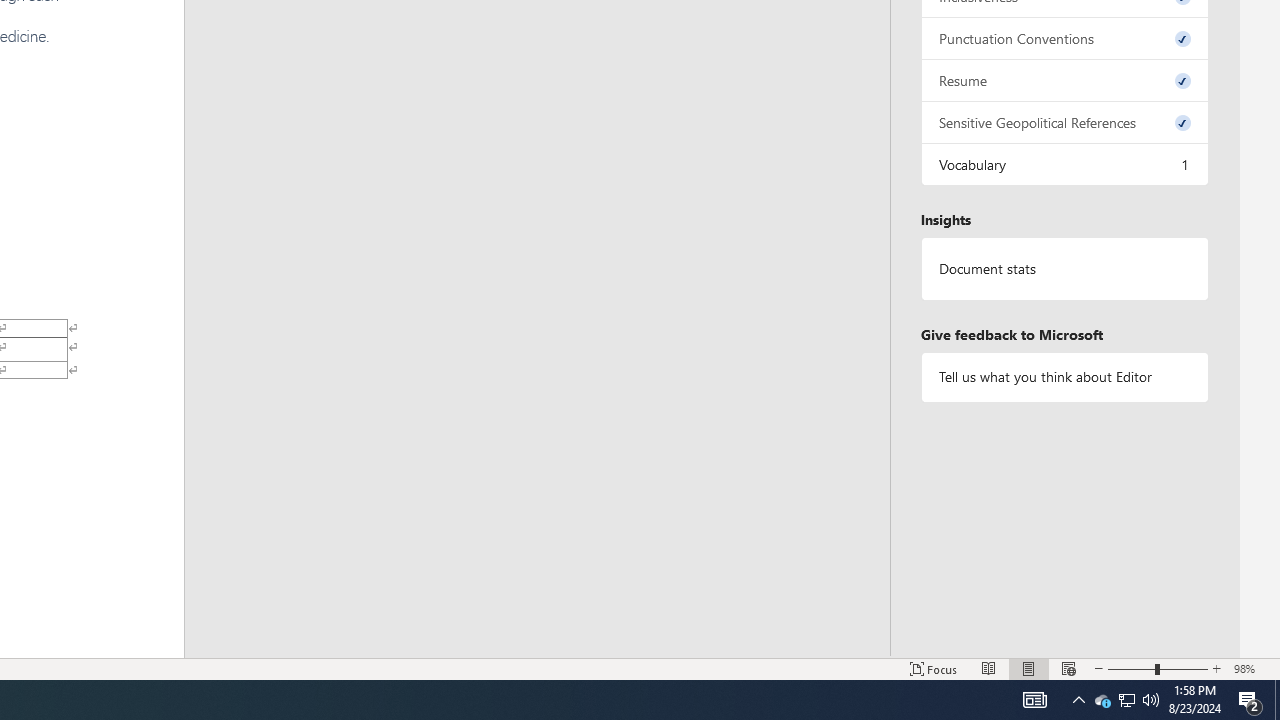  What do you see at coordinates (933, 669) in the screenshot?
I see `'Focus '` at bounding box center [933, 669].